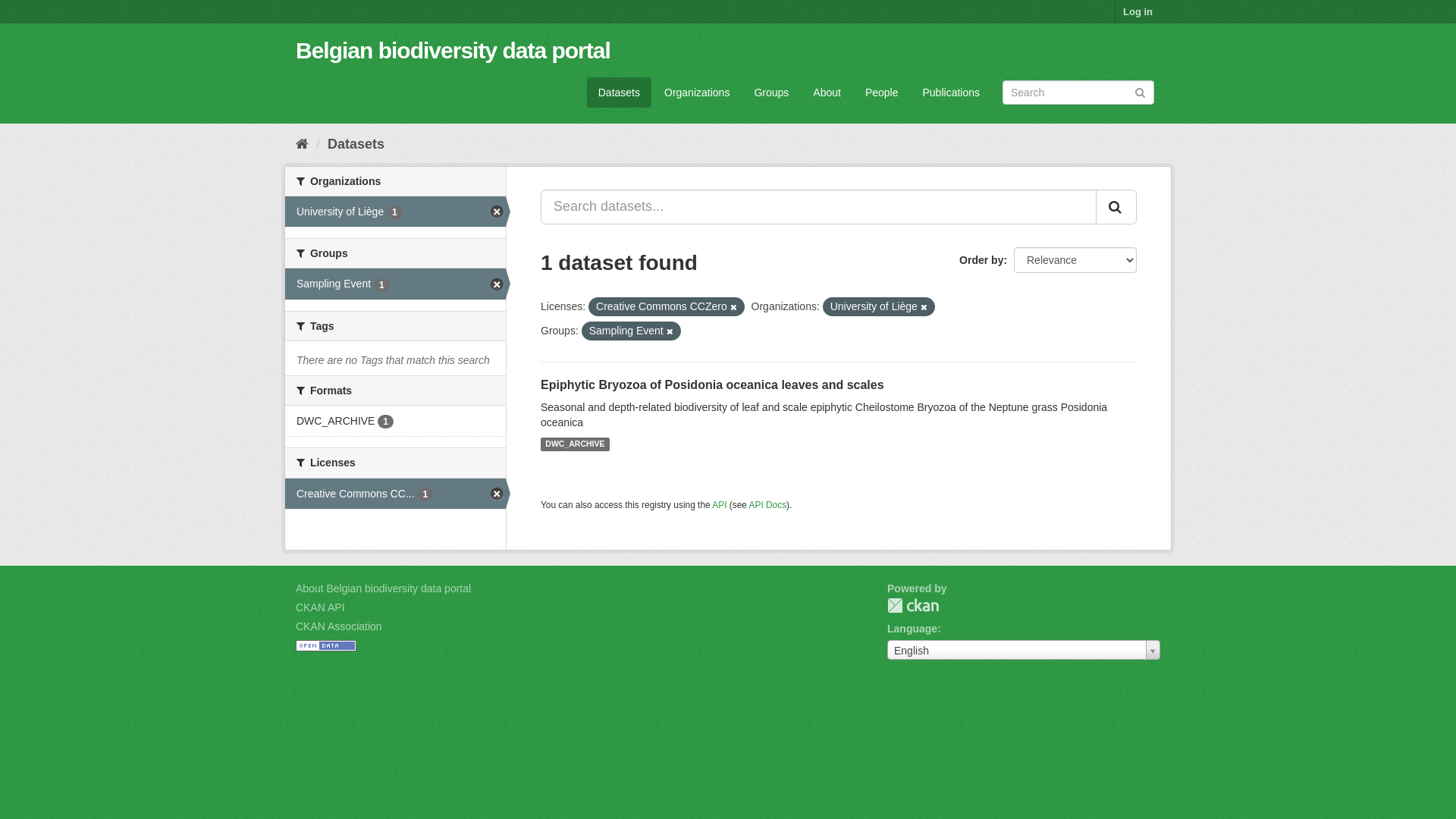 This screenshot has width=1456, height=819. I want to click on 'CKAN', so click(887, 604).